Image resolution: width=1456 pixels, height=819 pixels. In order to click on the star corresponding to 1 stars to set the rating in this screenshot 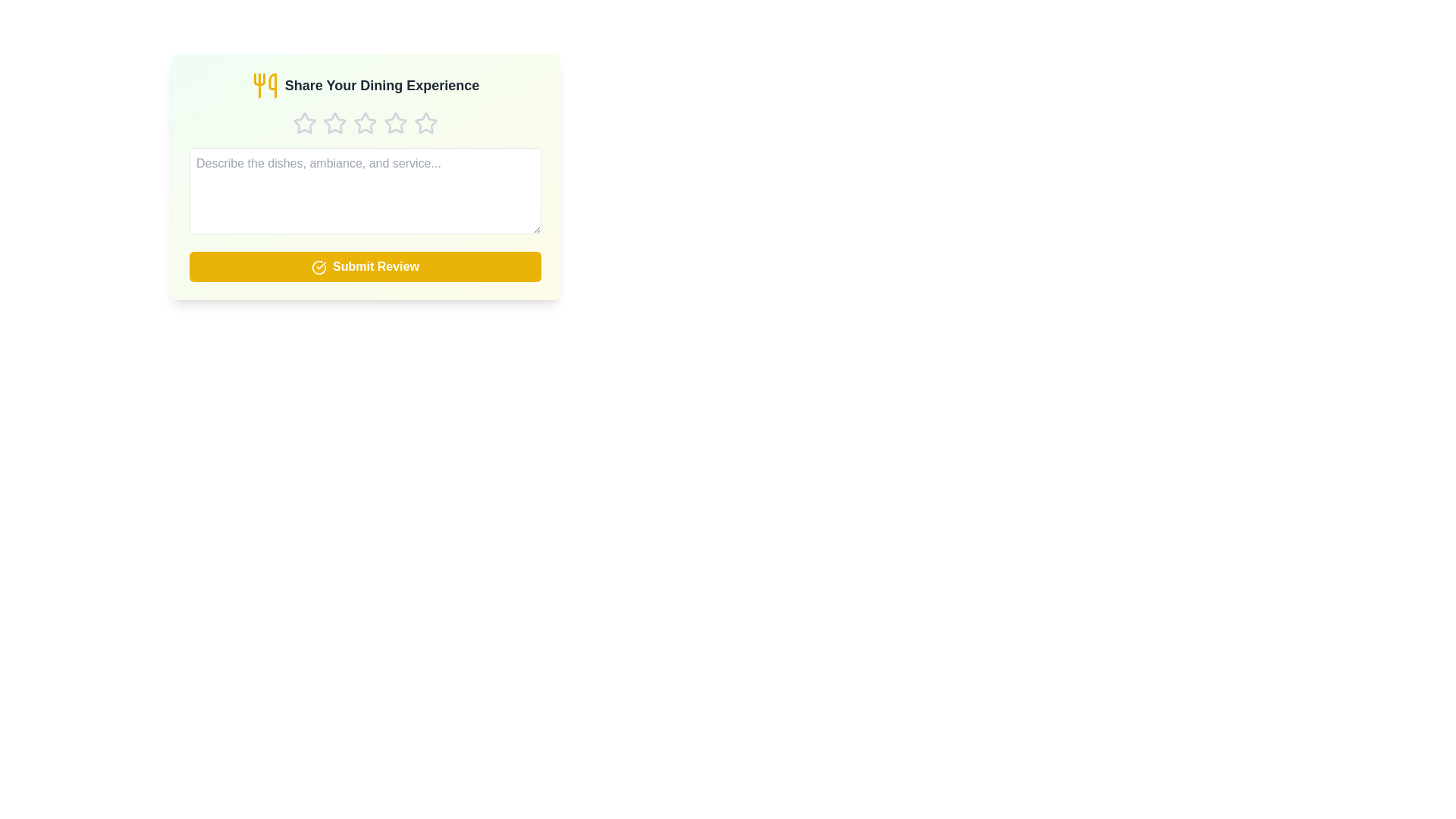, I will do `click(304, 122)`.